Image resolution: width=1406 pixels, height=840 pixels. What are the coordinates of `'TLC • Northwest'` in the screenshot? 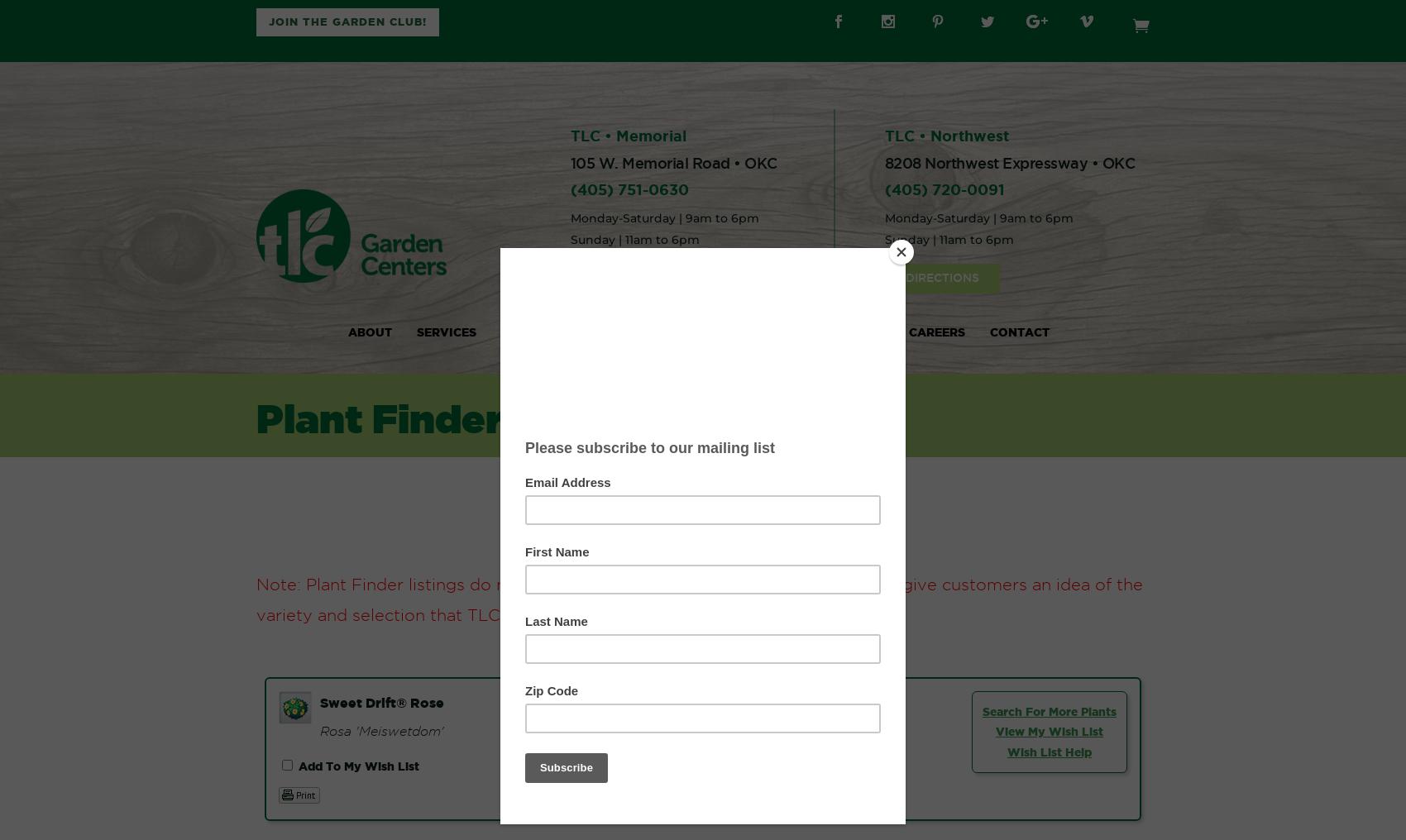 It's located at (945, 135).